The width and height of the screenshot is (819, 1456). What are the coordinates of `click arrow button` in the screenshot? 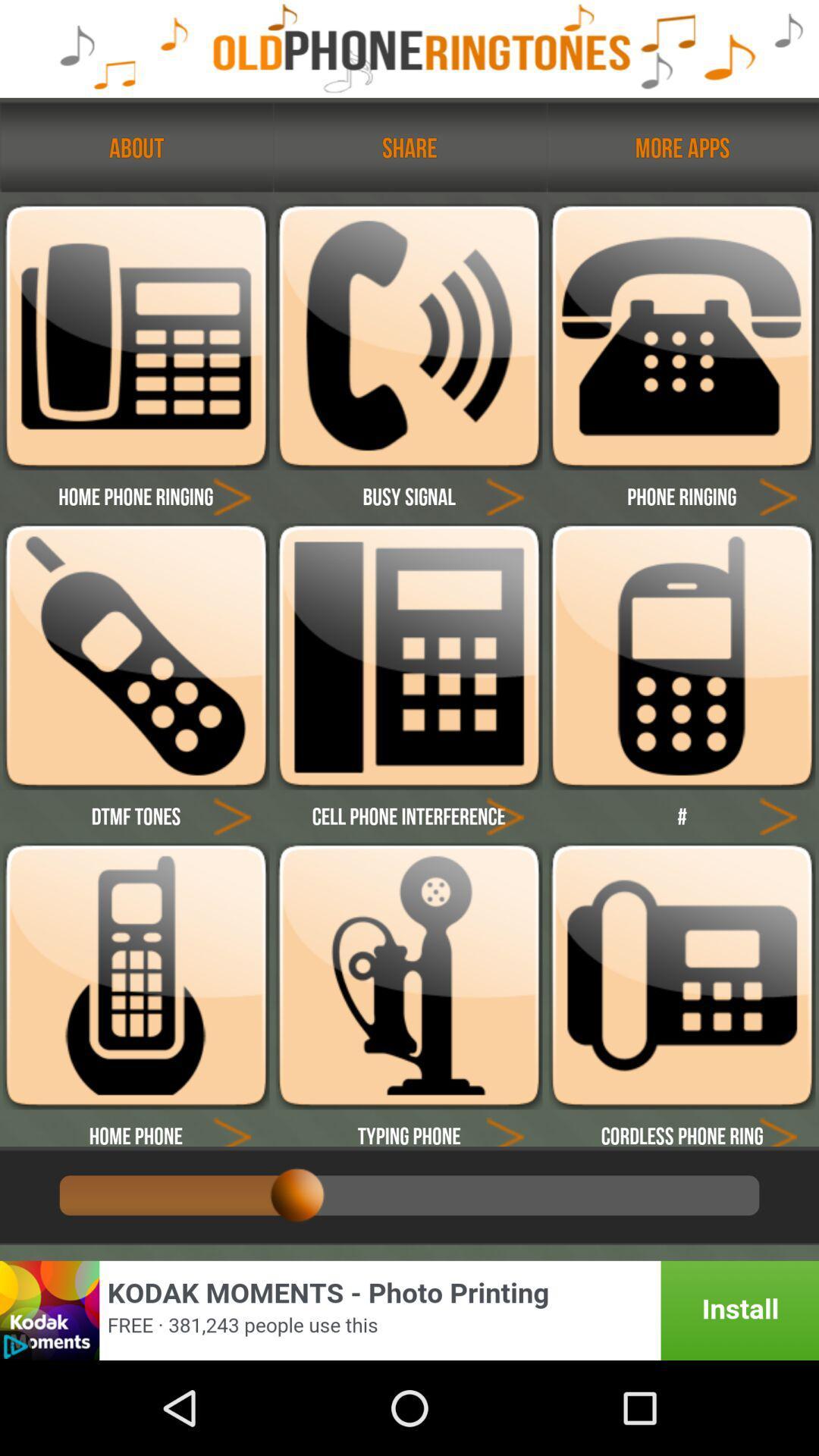 It's located at (505, 814).